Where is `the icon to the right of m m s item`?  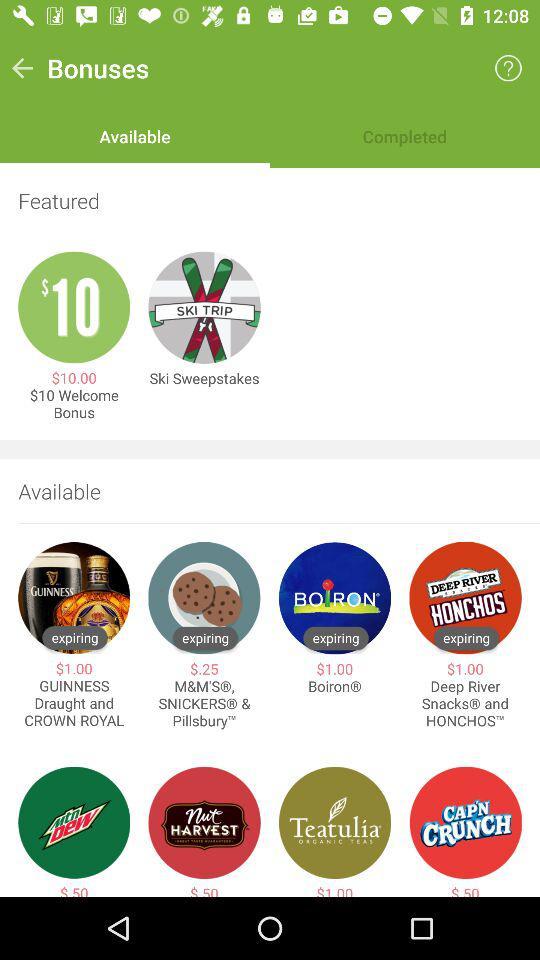 the icon to the right of m m s item is located at coordinates (335, 686).